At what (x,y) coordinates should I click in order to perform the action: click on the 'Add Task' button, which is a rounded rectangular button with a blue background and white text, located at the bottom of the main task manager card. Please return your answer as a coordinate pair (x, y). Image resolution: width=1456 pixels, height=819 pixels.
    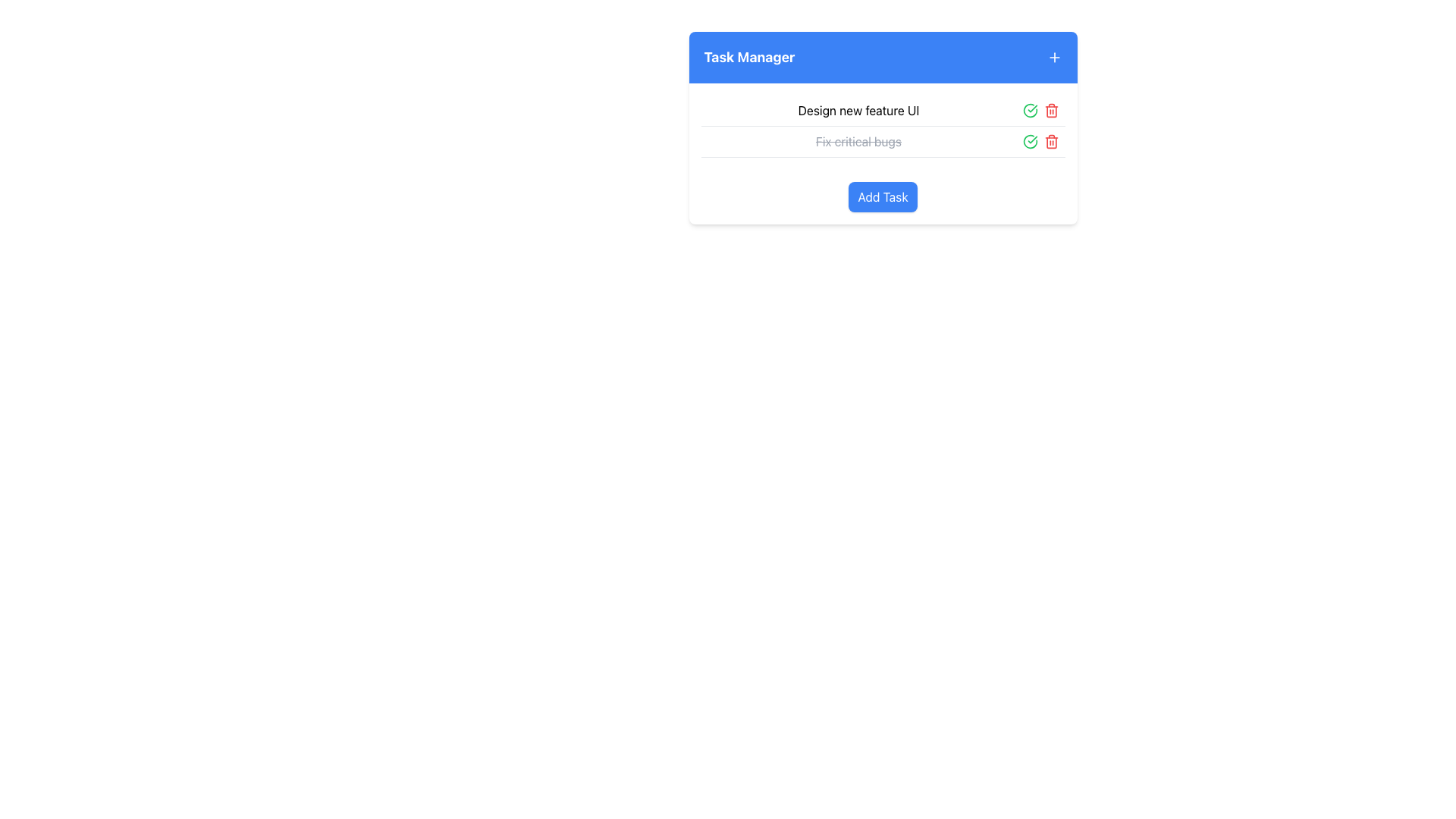
    Looking at the image, I should click on (883, 196).